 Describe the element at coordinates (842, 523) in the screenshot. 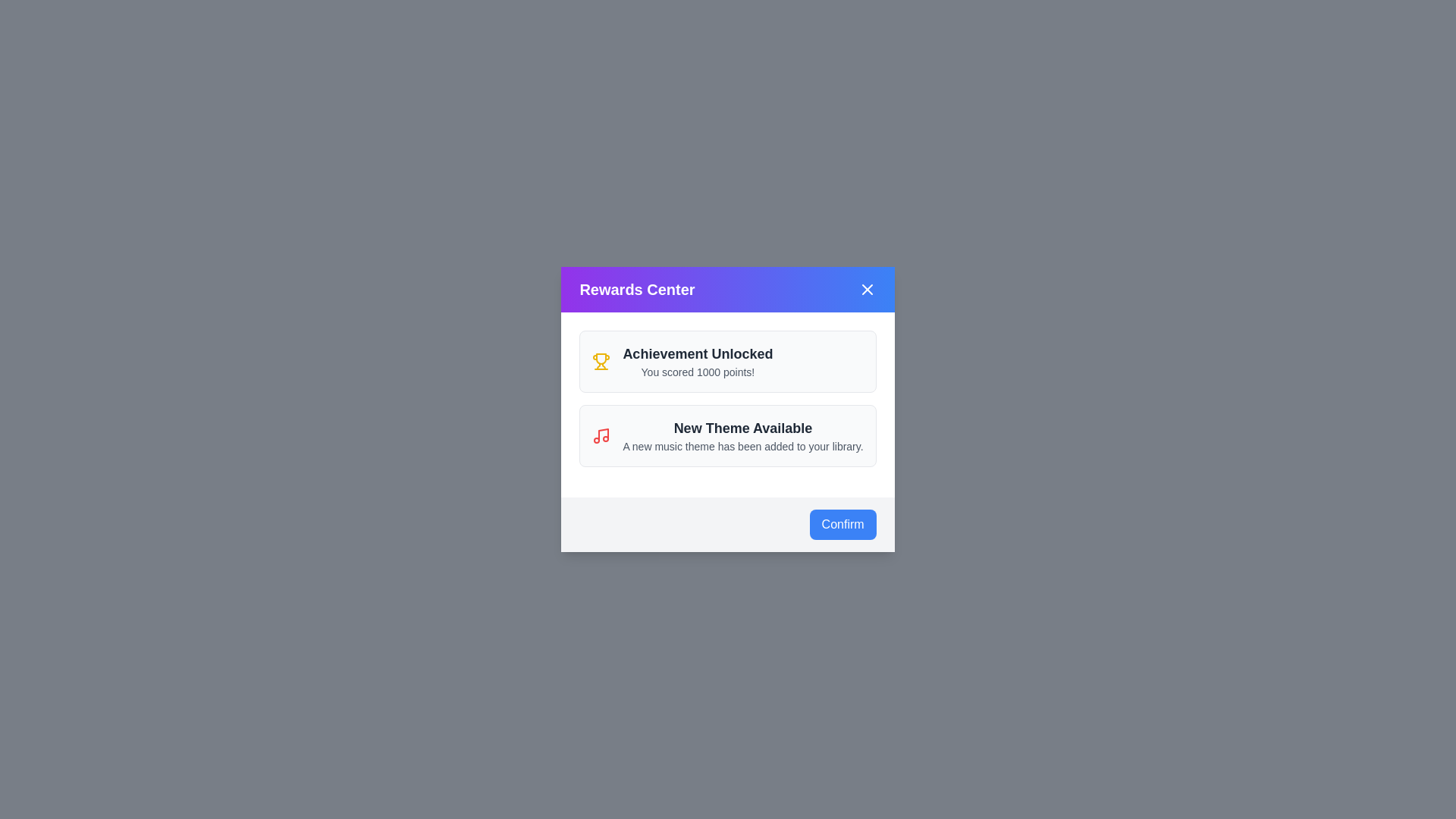

I see `the 'Confirm' button at the bottom of the dialog` at that location.